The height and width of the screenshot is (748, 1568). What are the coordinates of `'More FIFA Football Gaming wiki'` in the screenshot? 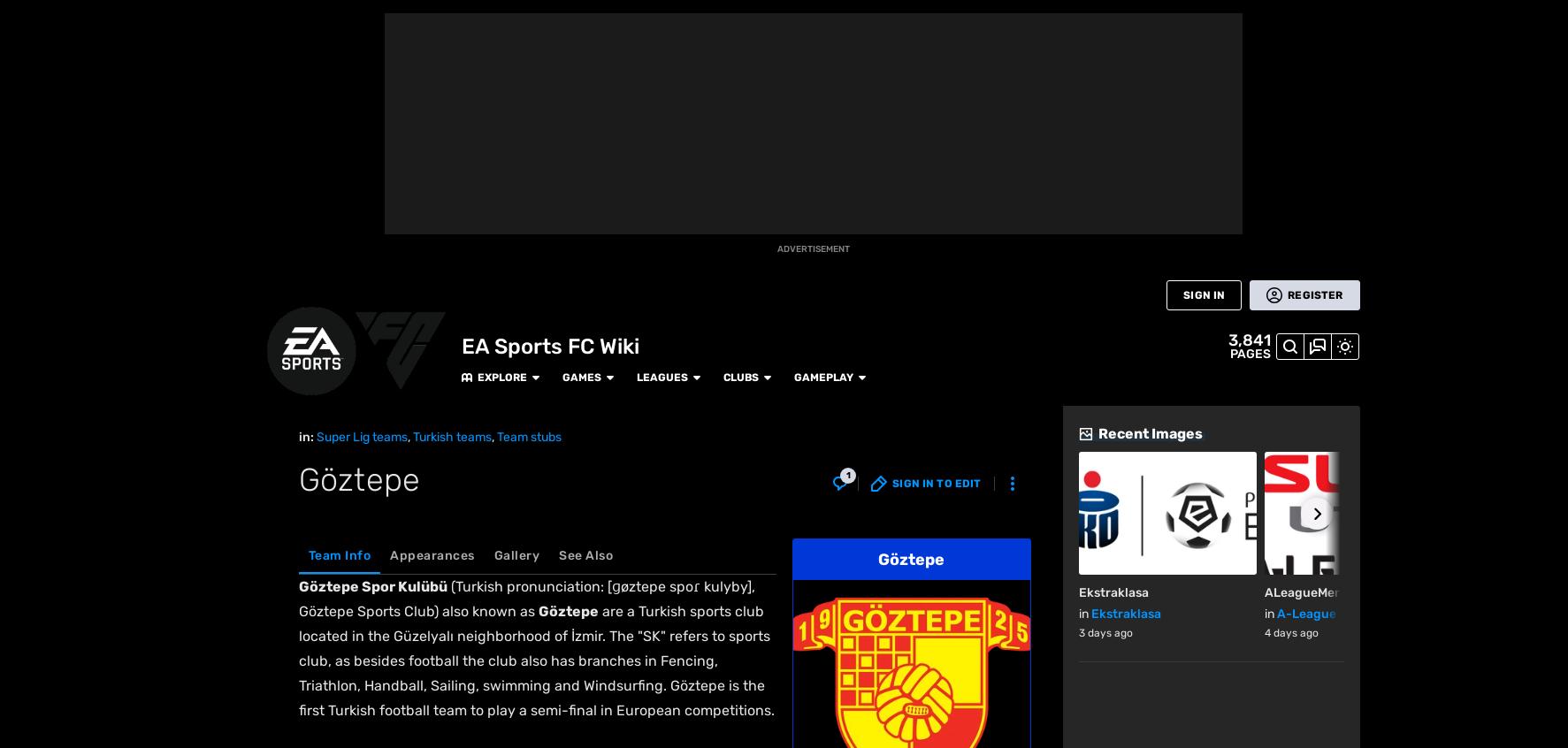 It's located at (435, 395).